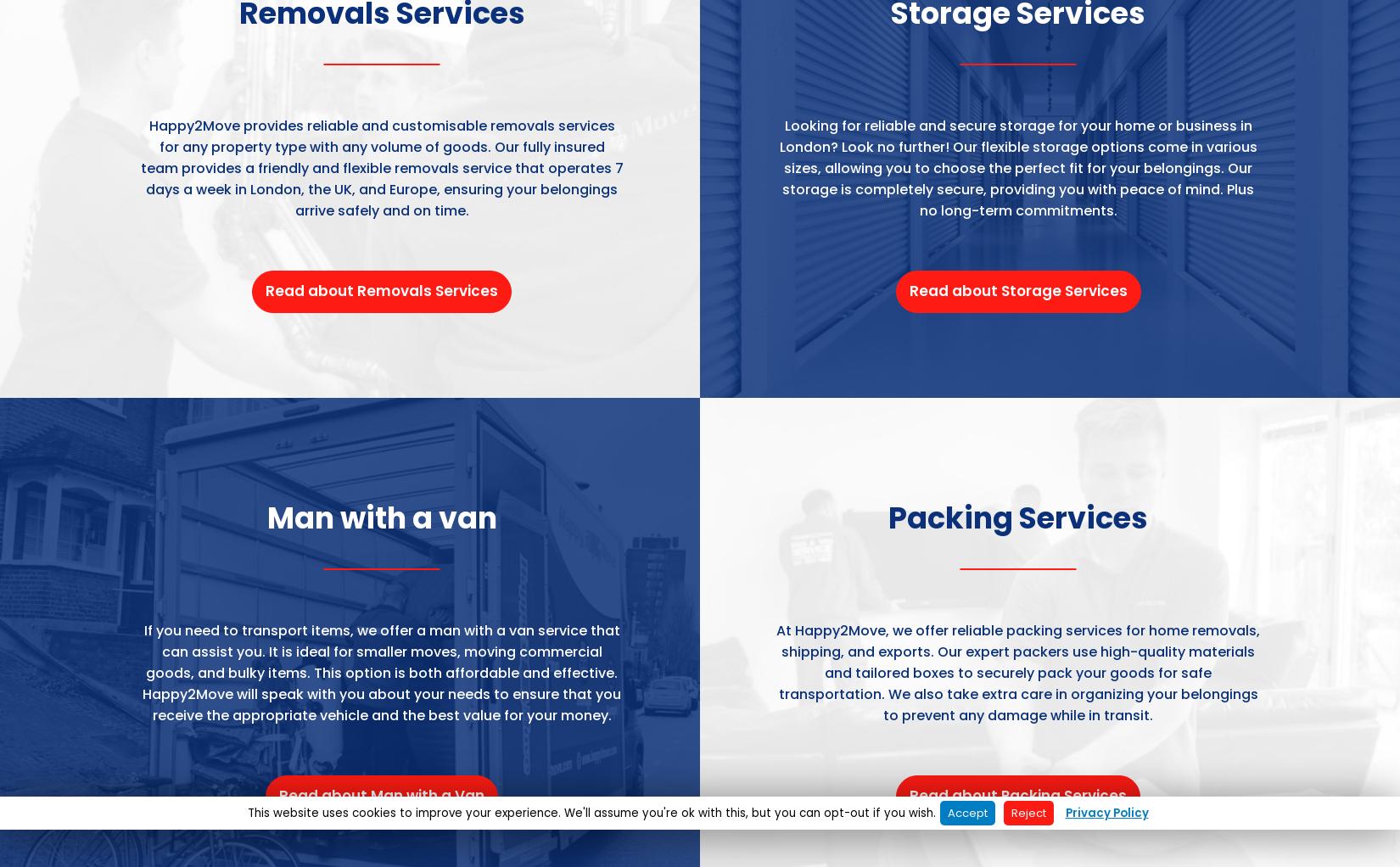 The height and width of the screenshot is (867, 1400). Describe the element at coordinates (1018, 517) in the screenshot. I see `'Packing Services'` at that location.